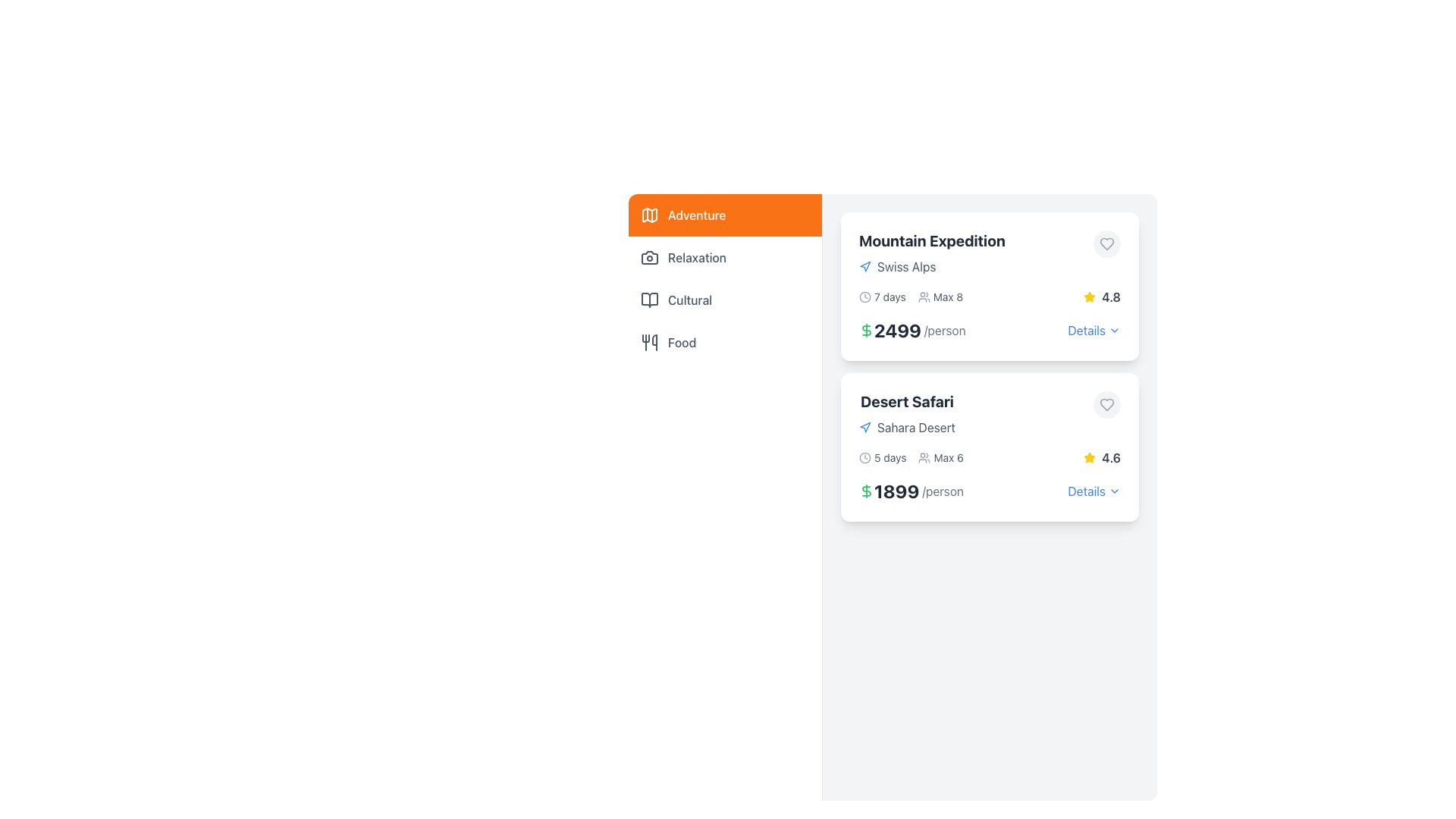 The height and width of the screenshot is (819, 1456). What do you see at coordinates (1086, 329) in the screenshot?
I see `the interactive link or button located` at bounding box center [1086, 329].